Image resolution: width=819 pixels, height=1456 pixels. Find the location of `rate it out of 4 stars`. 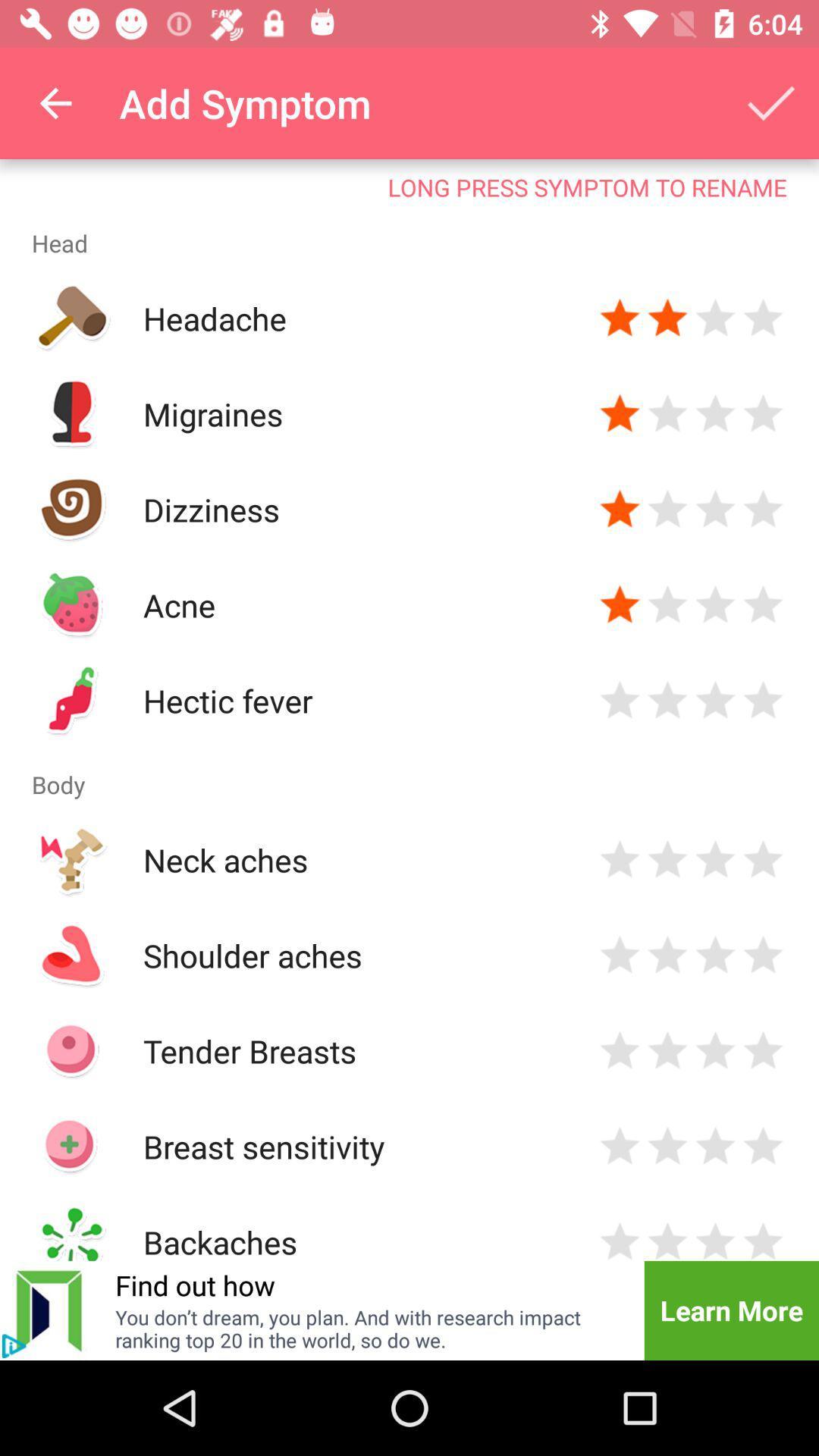

rate it out of 4 stars is located at coordinates (715, 1239).